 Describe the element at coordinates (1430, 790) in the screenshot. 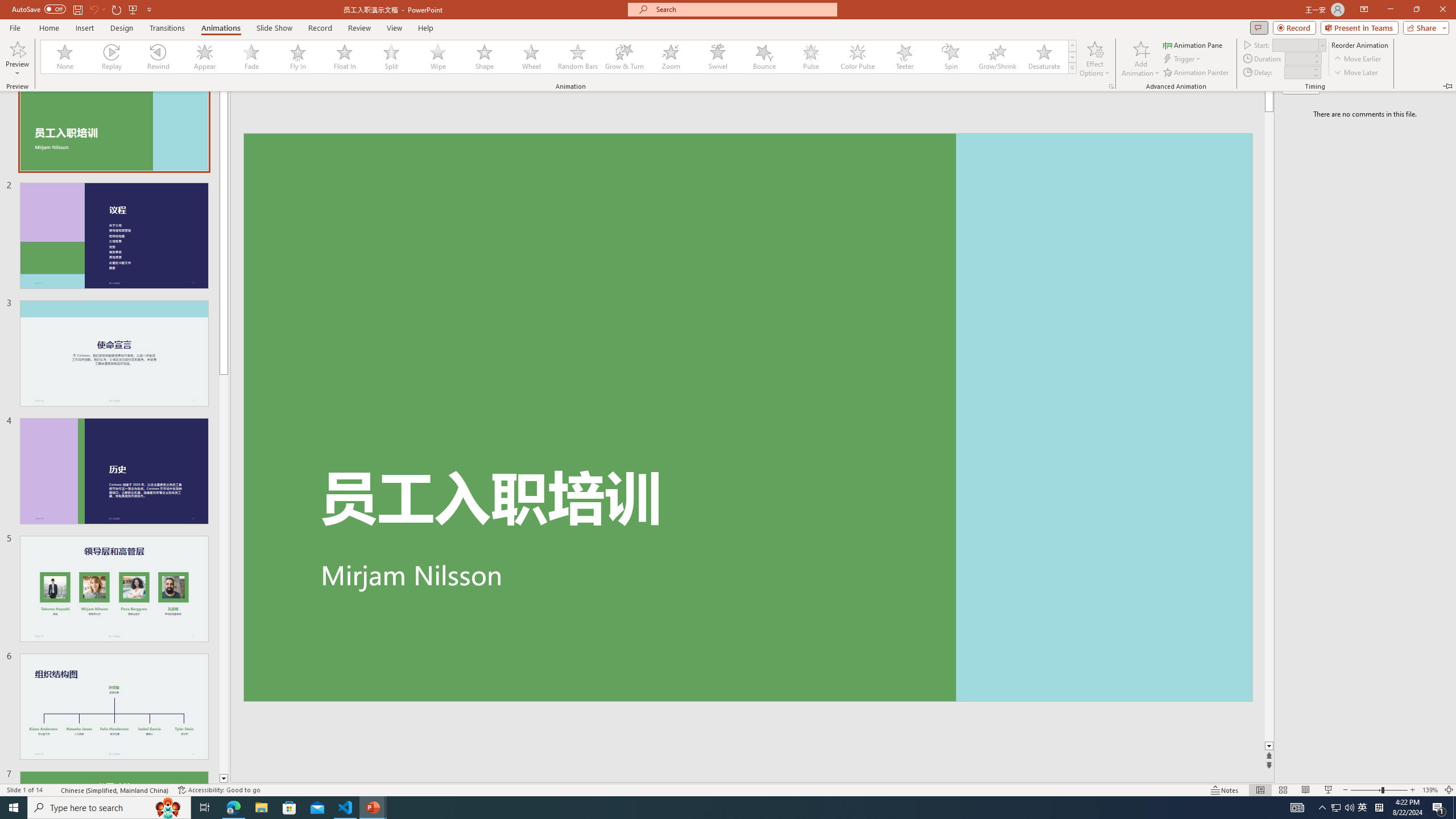

I see `'Zoom 139%'` at that location.